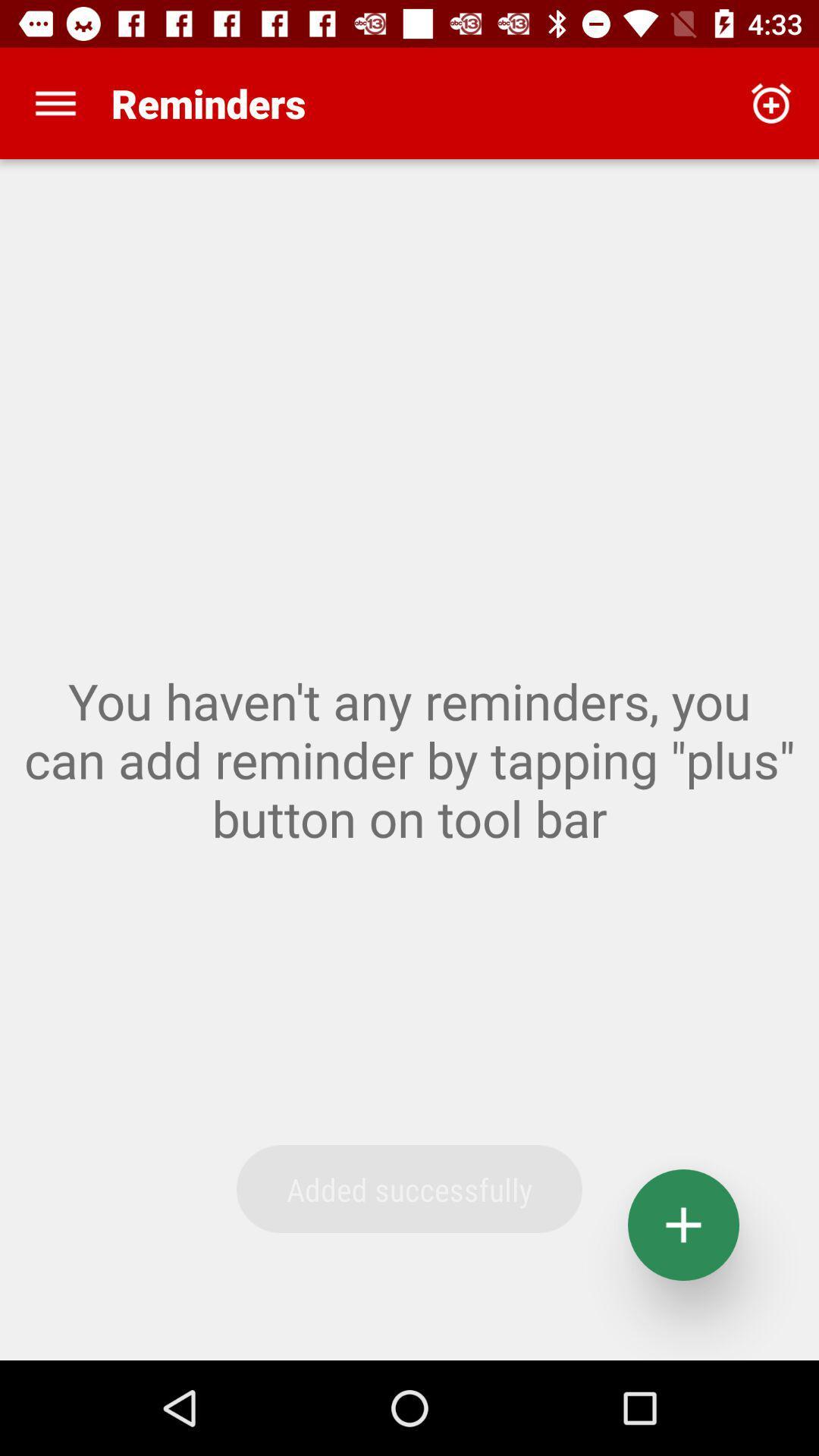 The image size is (819, 1456). Describe the element at coordinates (771, 102) in the screenshot. I see `the item next to reminders item` at that location.